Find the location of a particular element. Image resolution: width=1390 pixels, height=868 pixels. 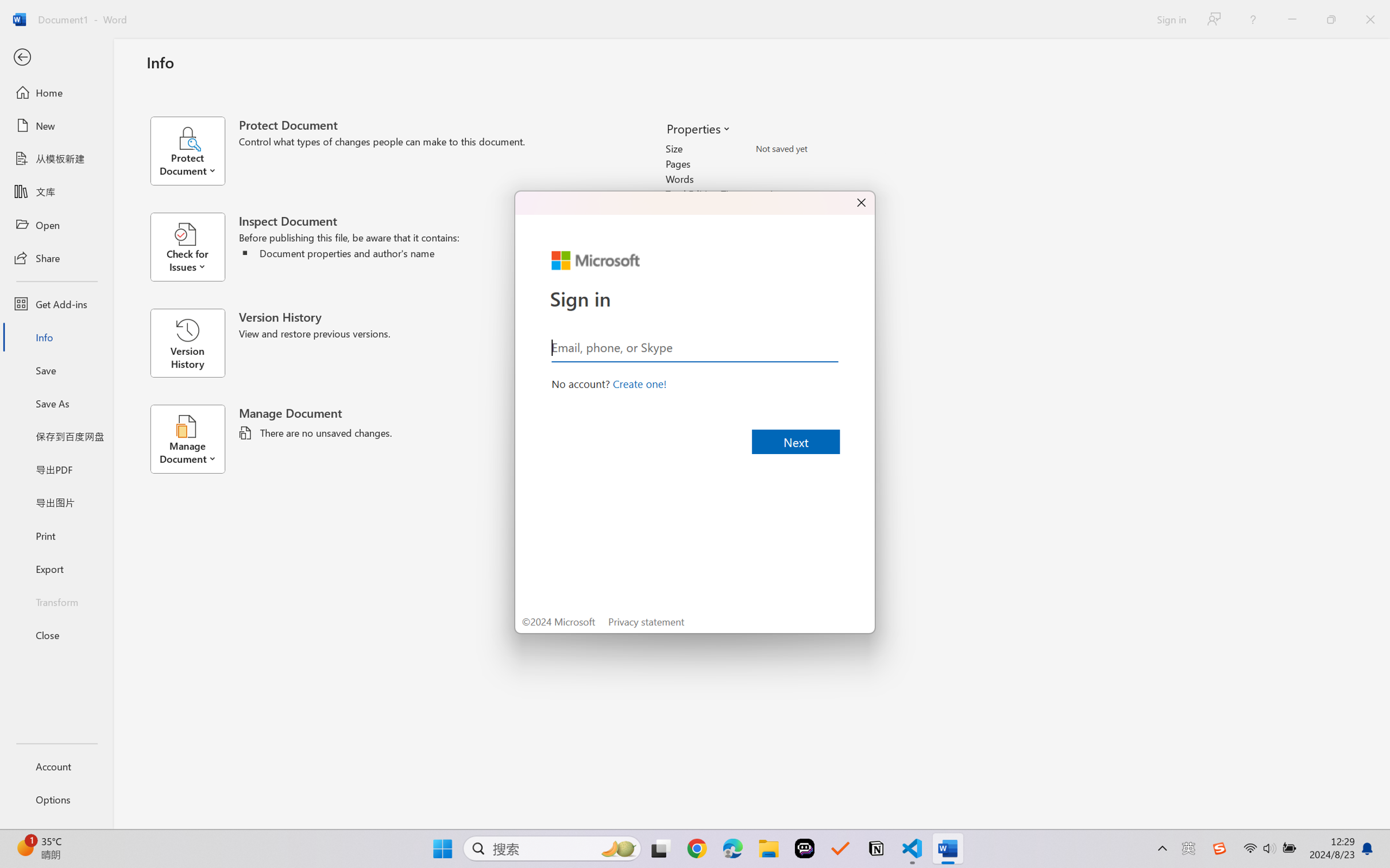

'Back' is located at coordinates (56, 57).